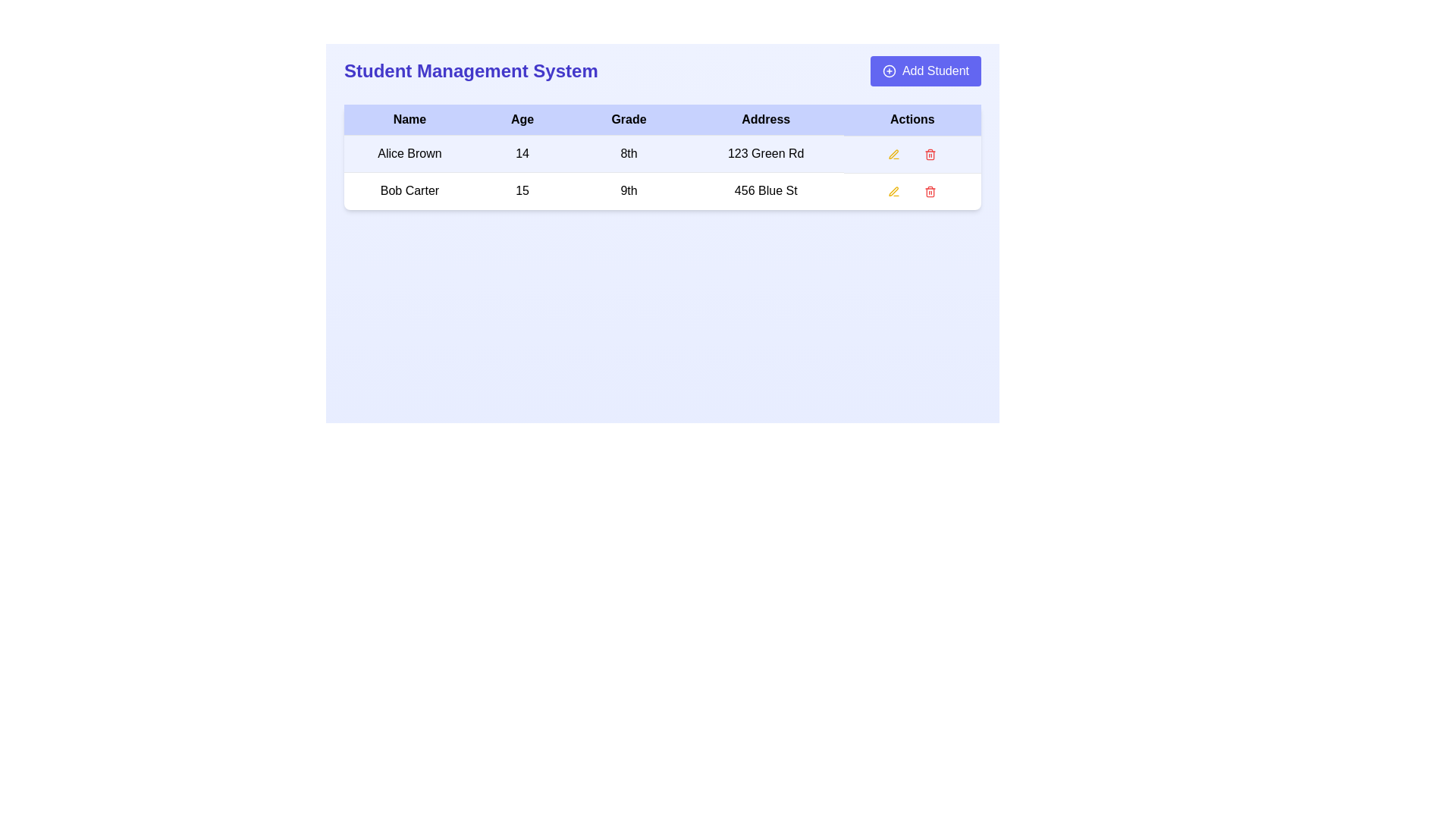  What do you see at coordinates (766, 119) in the screenshot?
I see `the text label 'Address' in bold, black font located in the fourth header of the table, positioned between 'Grade' and 'Actions'` at bounding box center [766, 119].